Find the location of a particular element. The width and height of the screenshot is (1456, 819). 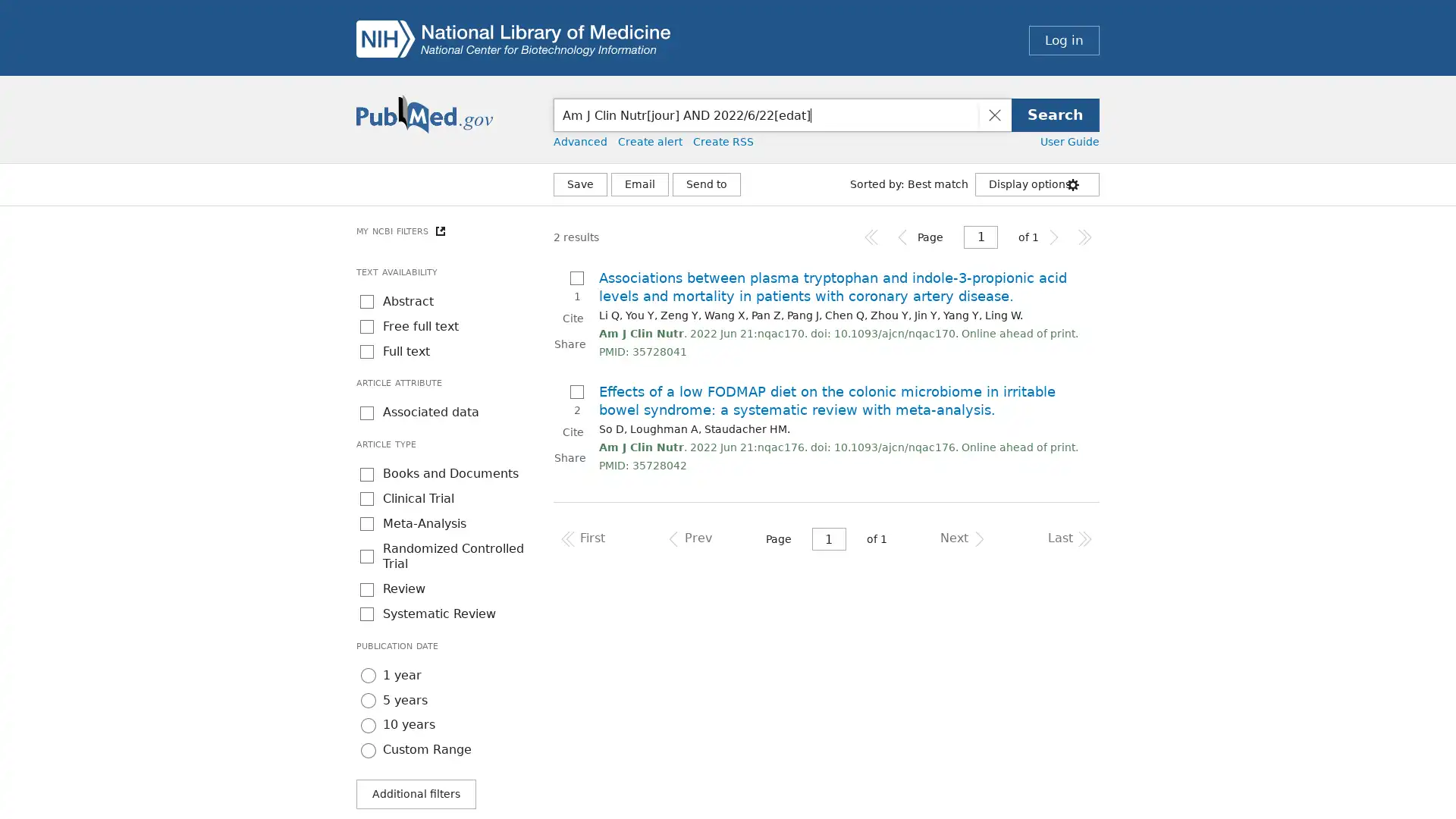

Navigates to the next page of results. is located at coordinates (960, 538).